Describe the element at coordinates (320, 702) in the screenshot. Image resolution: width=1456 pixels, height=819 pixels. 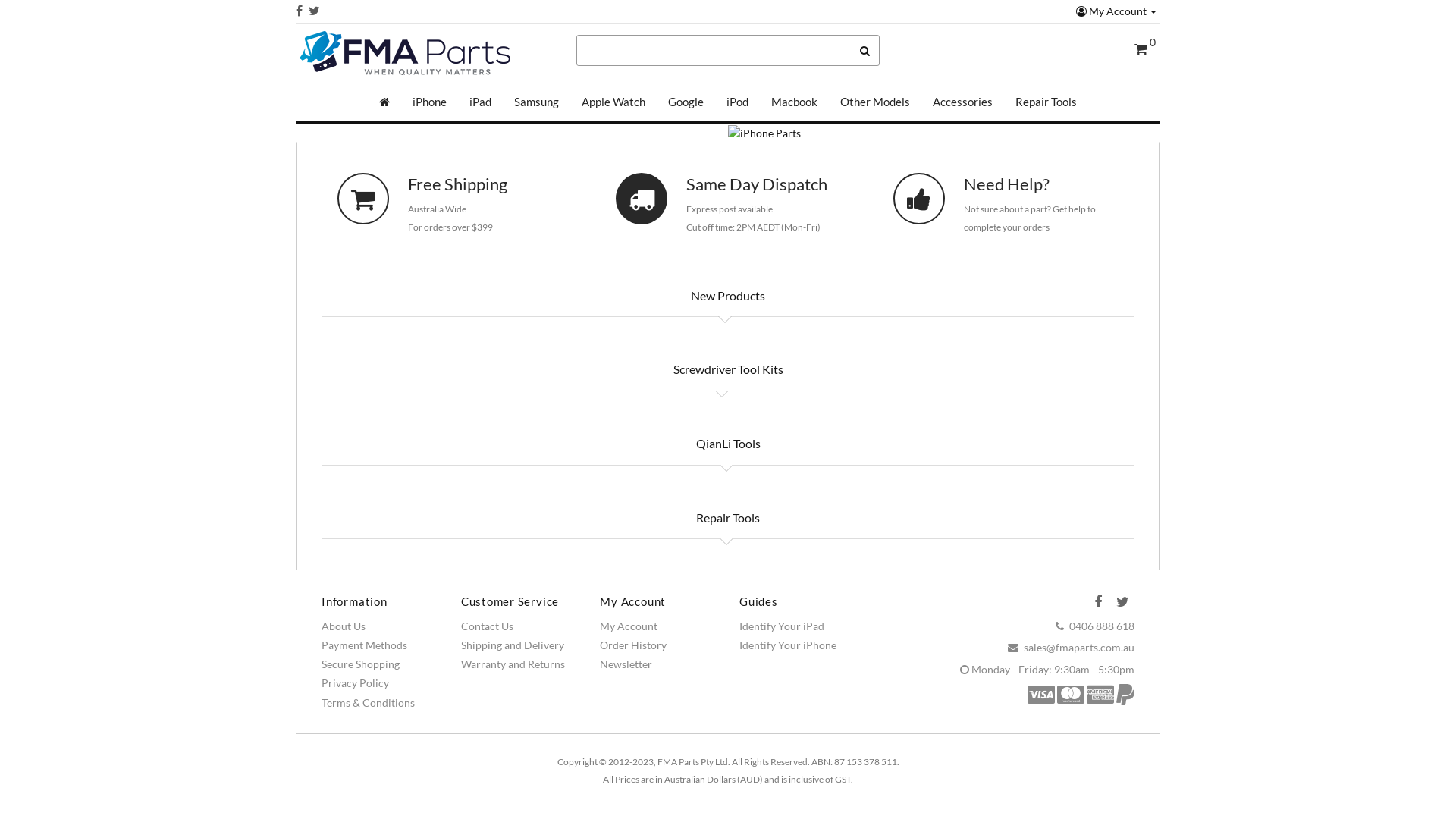
I see `'Terms & Conditions'` at that location.